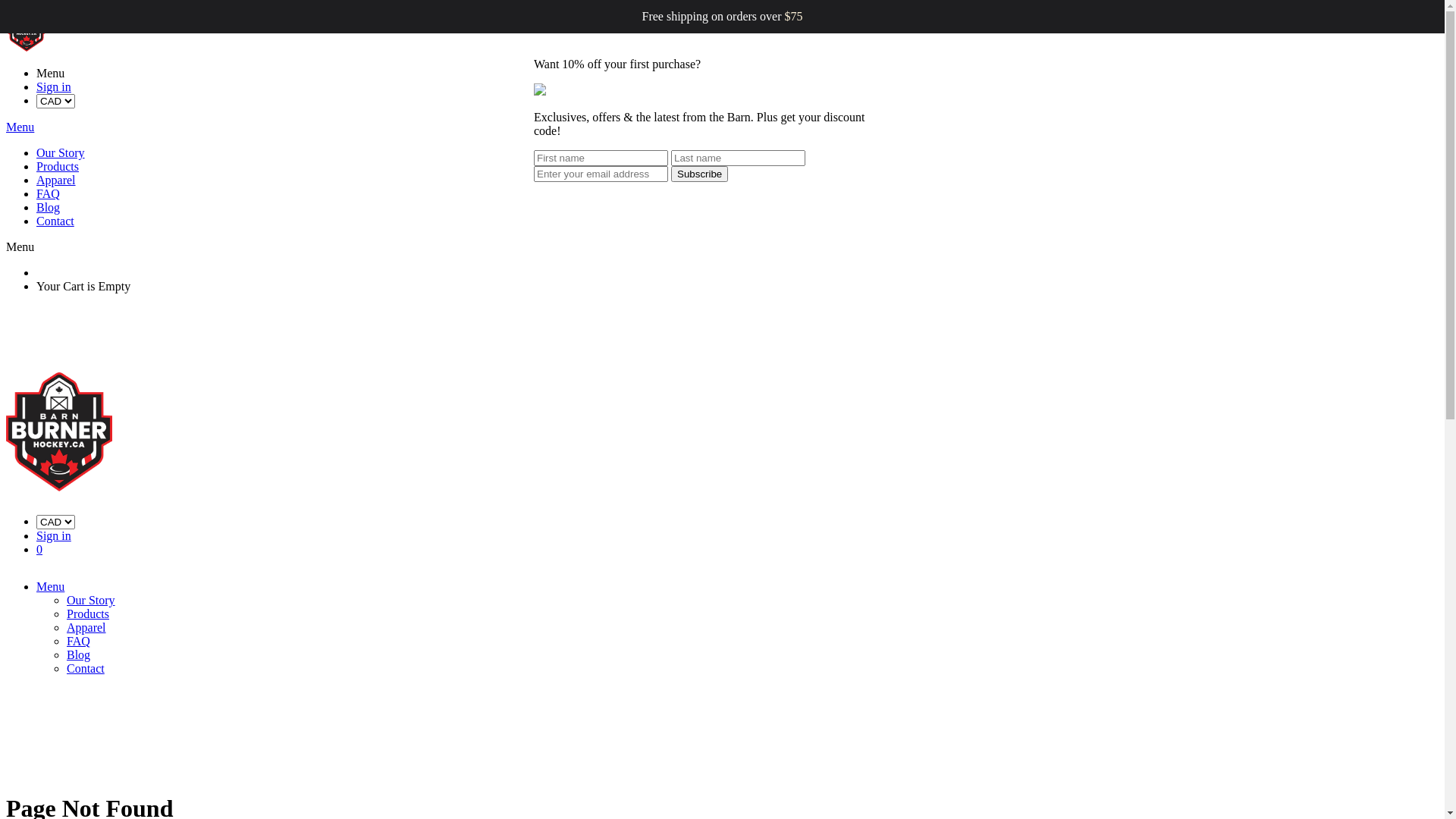 The height and width of the screenshot is (819, 1456). I want to click on 'Menu', so click(20, 126).